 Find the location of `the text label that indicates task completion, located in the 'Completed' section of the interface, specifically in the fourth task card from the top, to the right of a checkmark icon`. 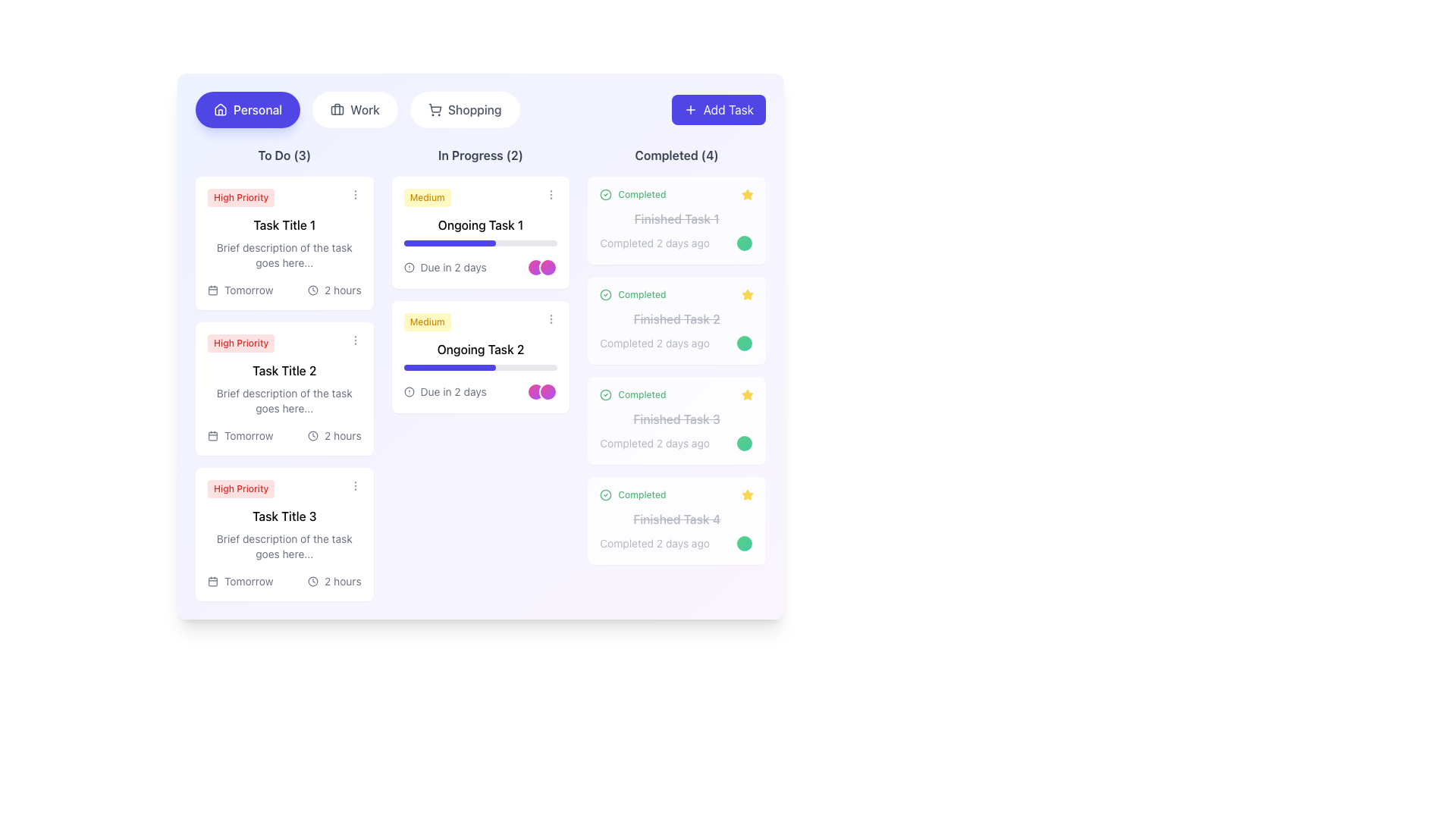

the text label that indicates task completion, located in the 'Completed' section of the interface, specifically in the fourth task card from the top, to the right of a checkmark icon is located at coordinates (642, 494).